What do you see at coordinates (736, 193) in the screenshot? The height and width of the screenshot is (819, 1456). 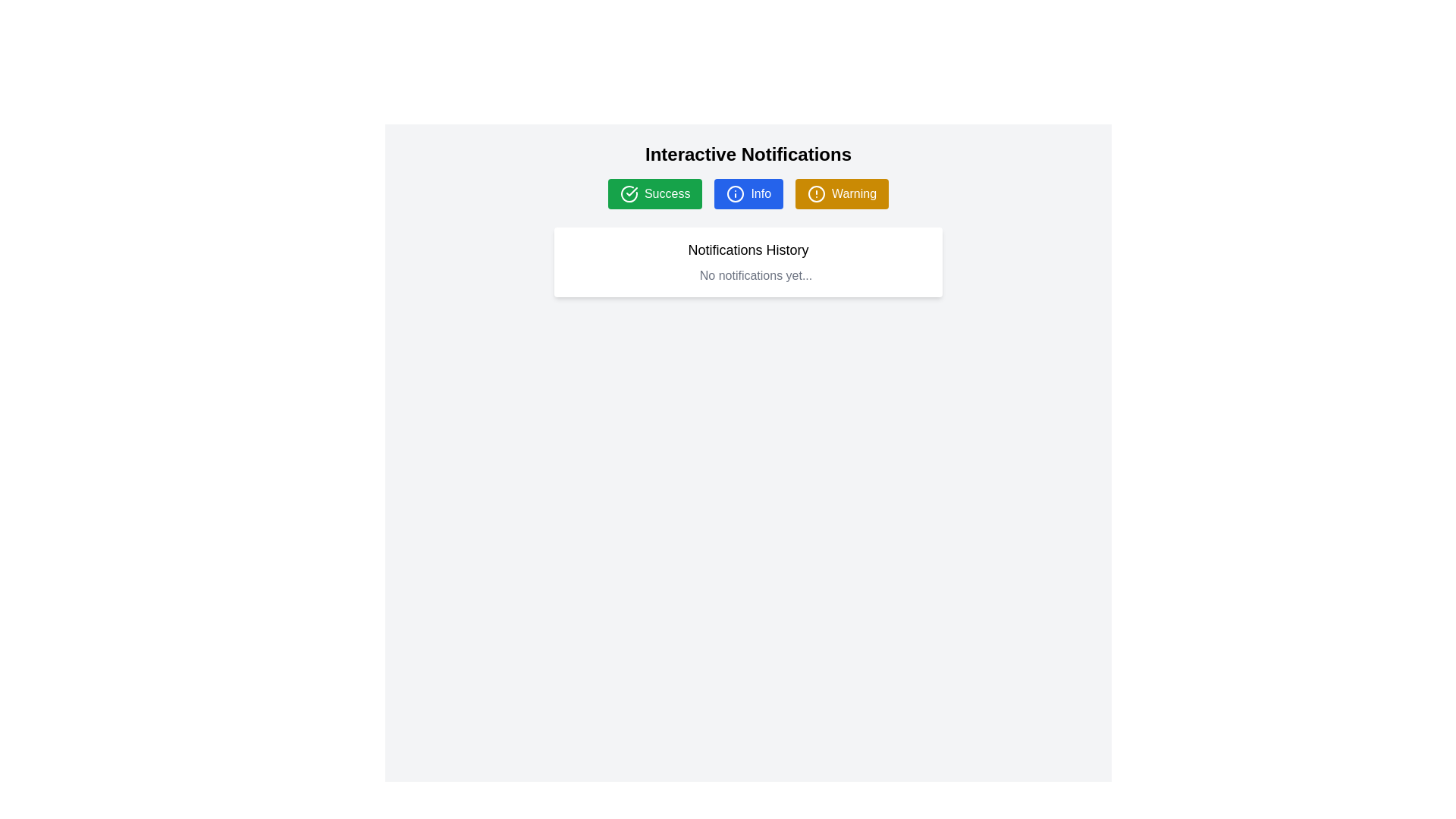 I see `the blue circular icon with a white border located at the center of the 'Info' button in the upper-center area of the interface` at bounding box center [736, 193].